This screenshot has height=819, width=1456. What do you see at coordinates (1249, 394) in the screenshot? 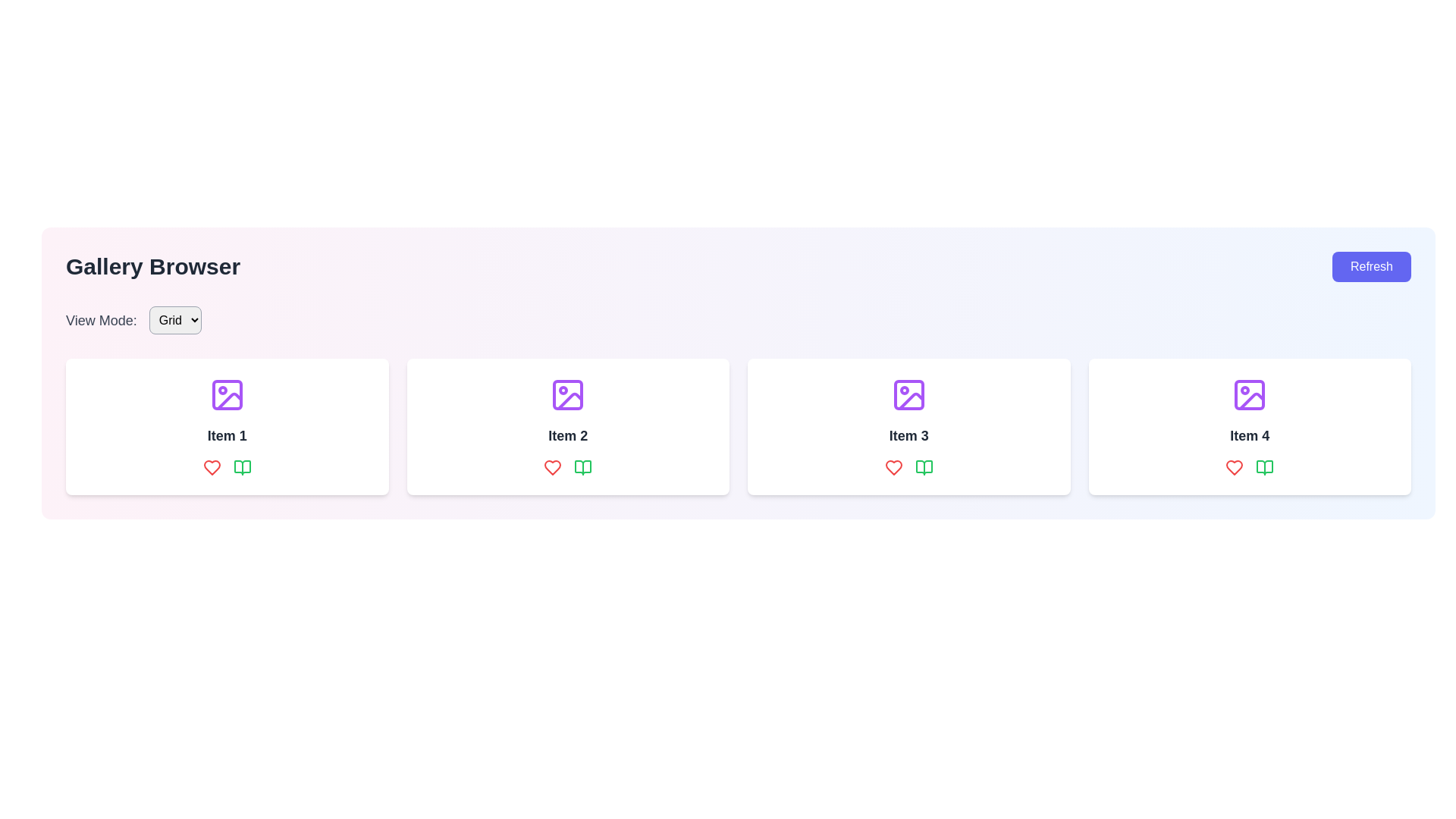
I see `purple rectangle icon with rounded corners located within the fourth item of the gallery browser for debugging purposes` at bounding box center [1249, 394].